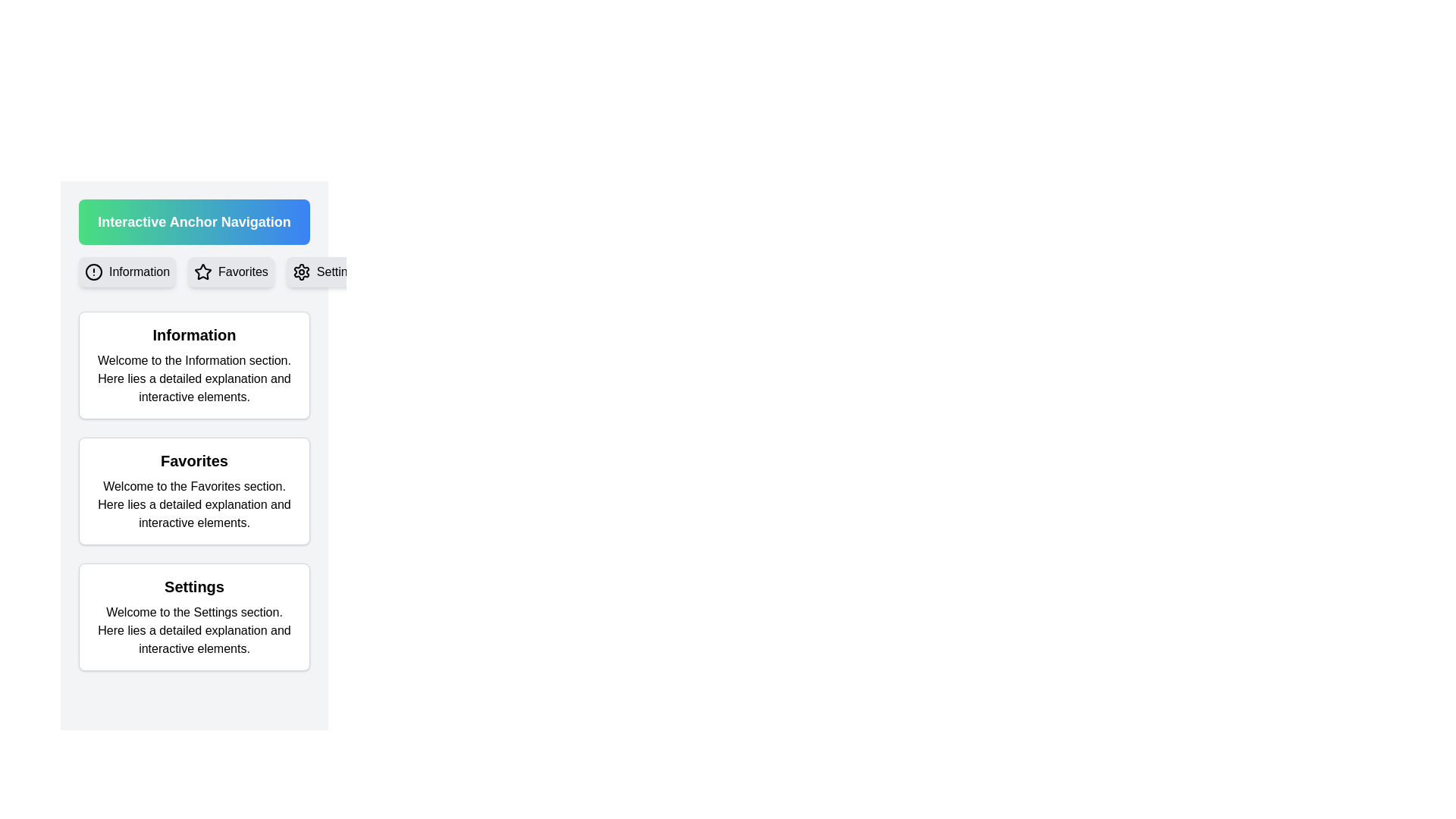  Describe the element at coordinates (93, 271) in the screenshot. I see `the visual representation of the 'Information' icon located within the navigation menu, positioned as the first item with the icon on the left side of the button` at that location.